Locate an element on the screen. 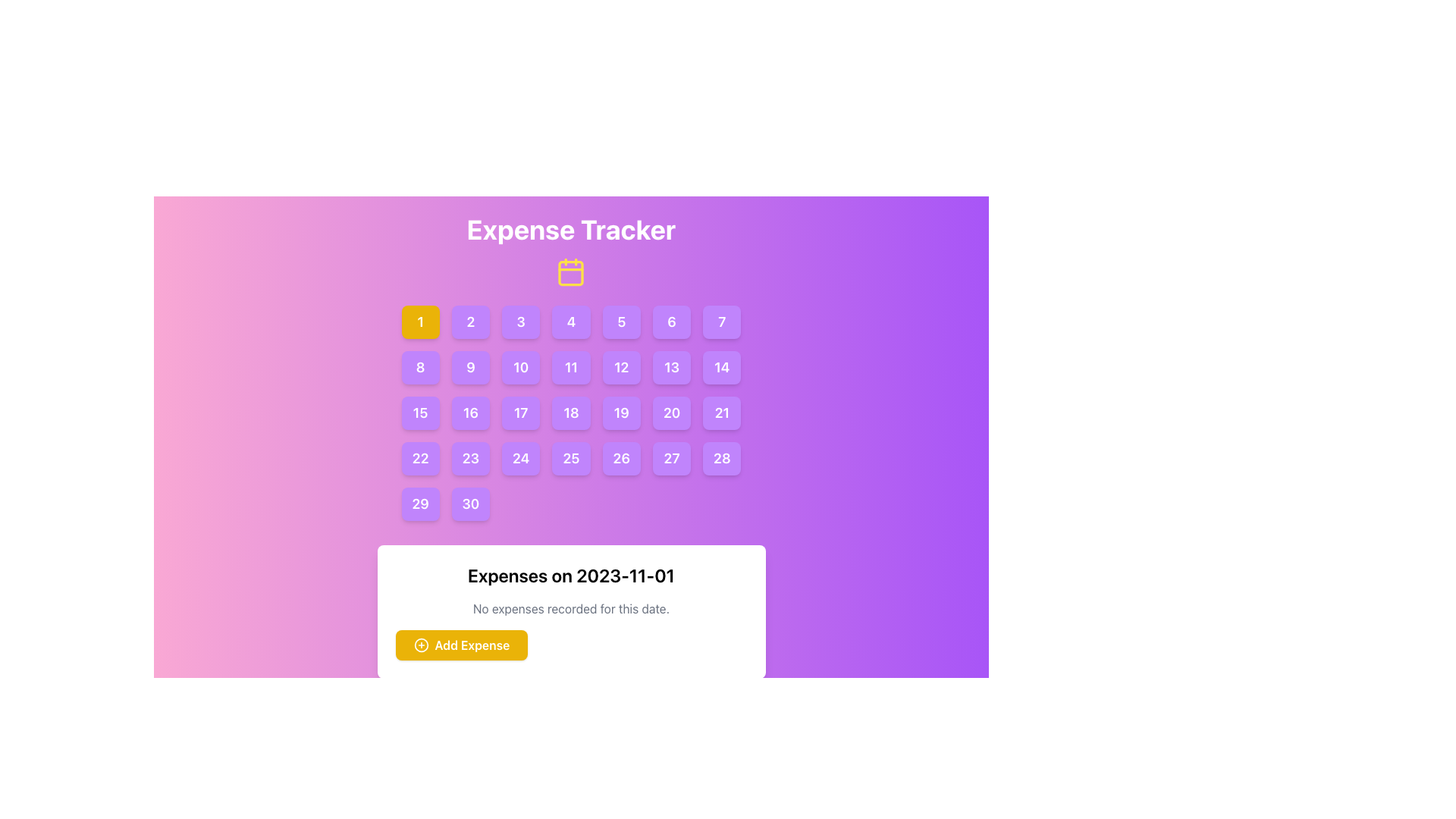 This screenshot has height=819, width=1456. the button displaying the number '22' with a purple background is located at coordinates (420, 458).